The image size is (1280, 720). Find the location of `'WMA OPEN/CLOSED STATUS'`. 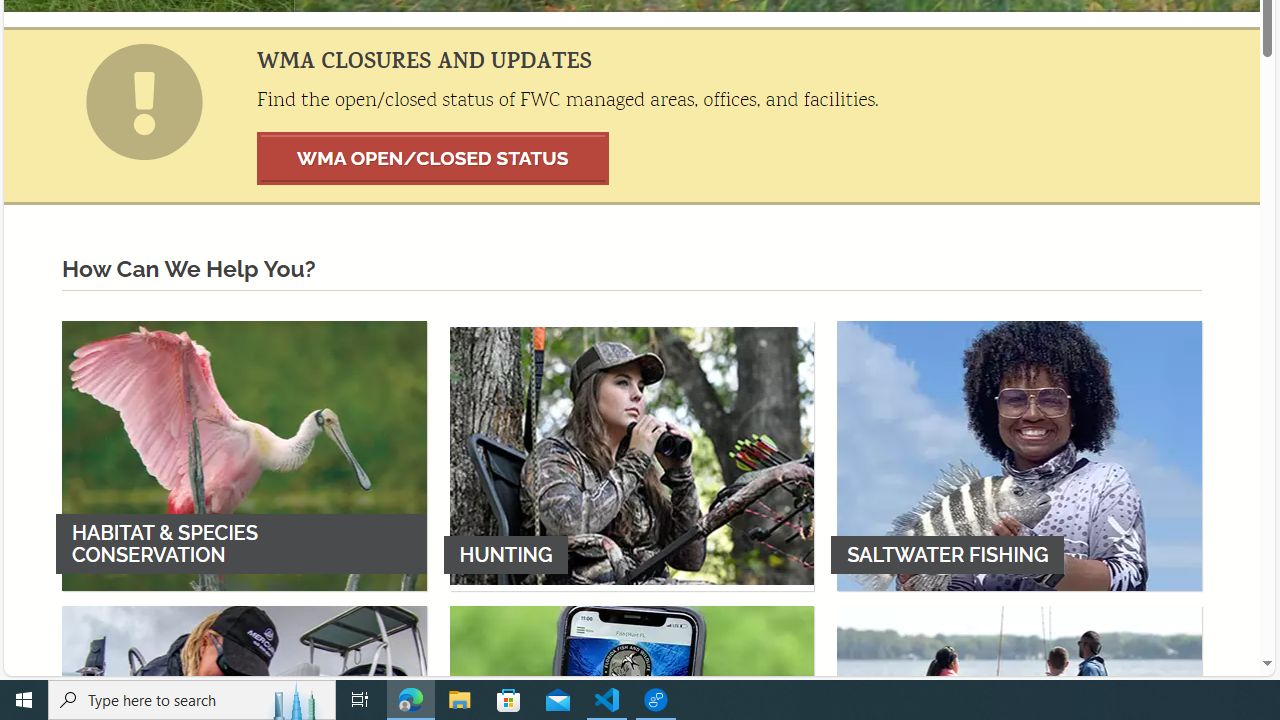

'WMA OPEN/CLOSED STATUS' is located at coordinates (432, 157).